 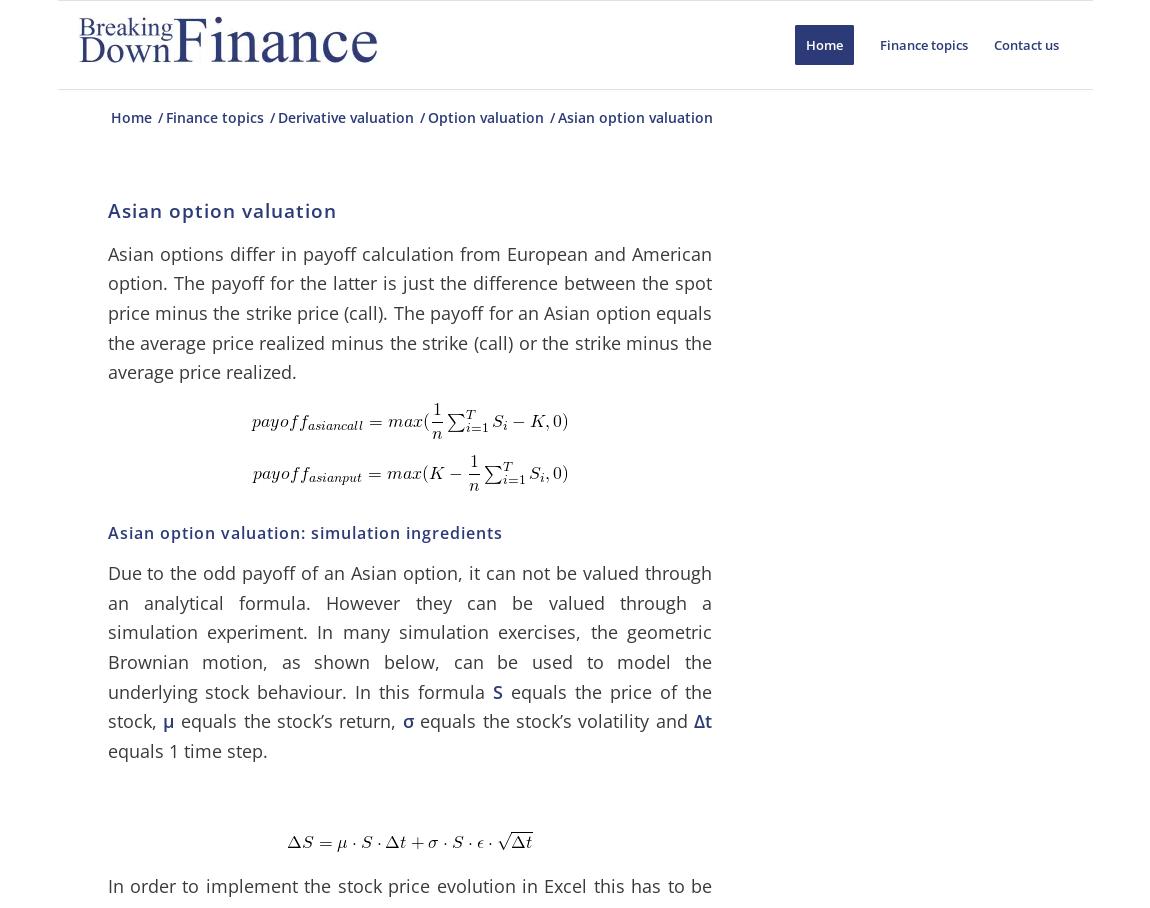 I want to click on 'Due to the odd payoff of an Asian option, it can not be valued through an analytical formula. However they can be valued through a simulation experiment. In many simulation exercises, the geometric Brownian motion, as shown below, can be used to model the underlying stock behaviour. In this formula', so click(x=409, y=630).